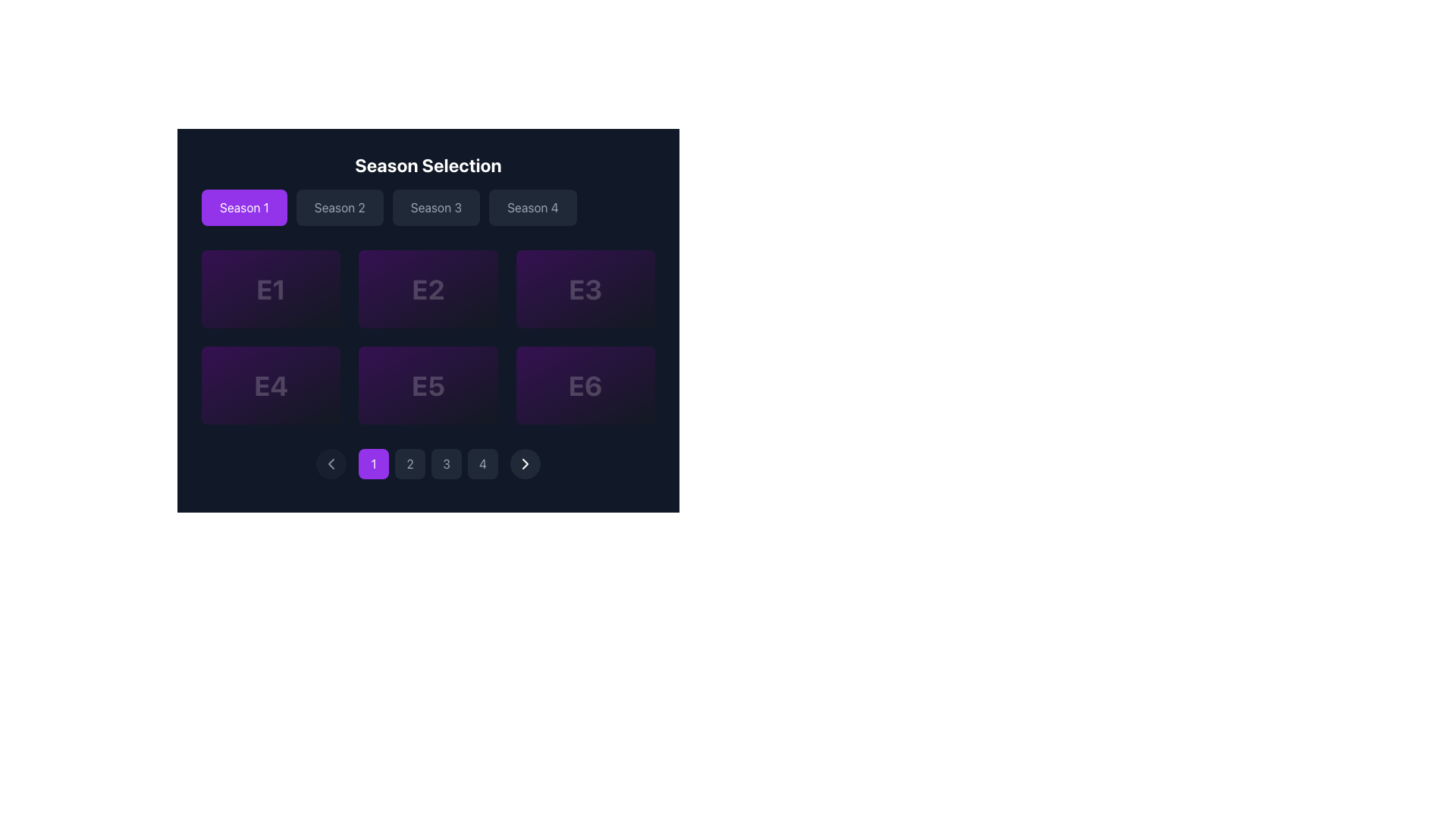 This screenshot has width=1456, height=819. I want to click on the bold, stylized number 'E6' displayed in a large font size with a subtle opacity, styled in white against a dark purple rectangular background, located in the bottom-right segment of a 2x3 grid layout, so click(585, 384).